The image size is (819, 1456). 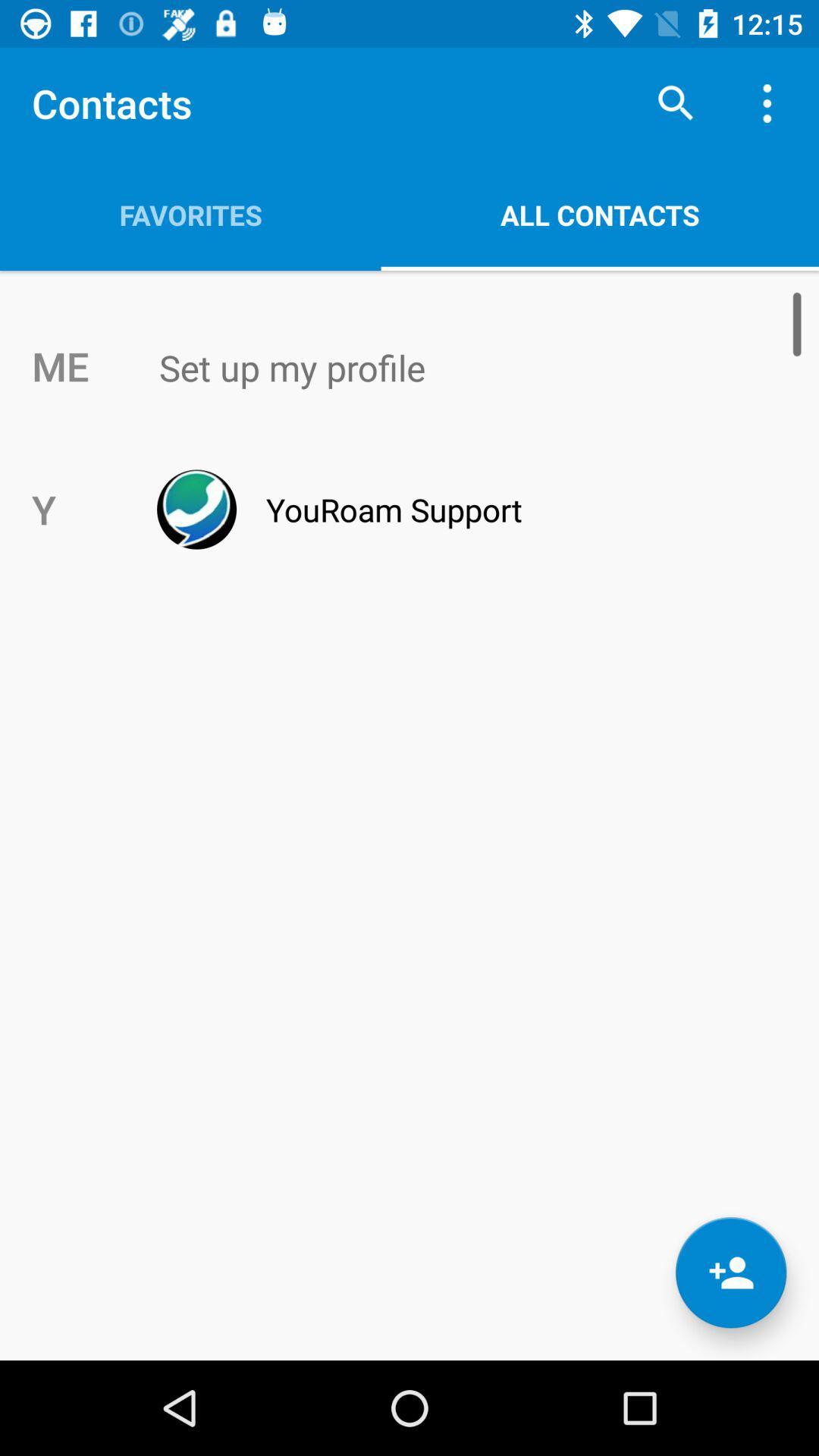 What do you see at coordinates (599, 214) in the screenshot?
I see `all contacts` at bounding box center [599, 214].